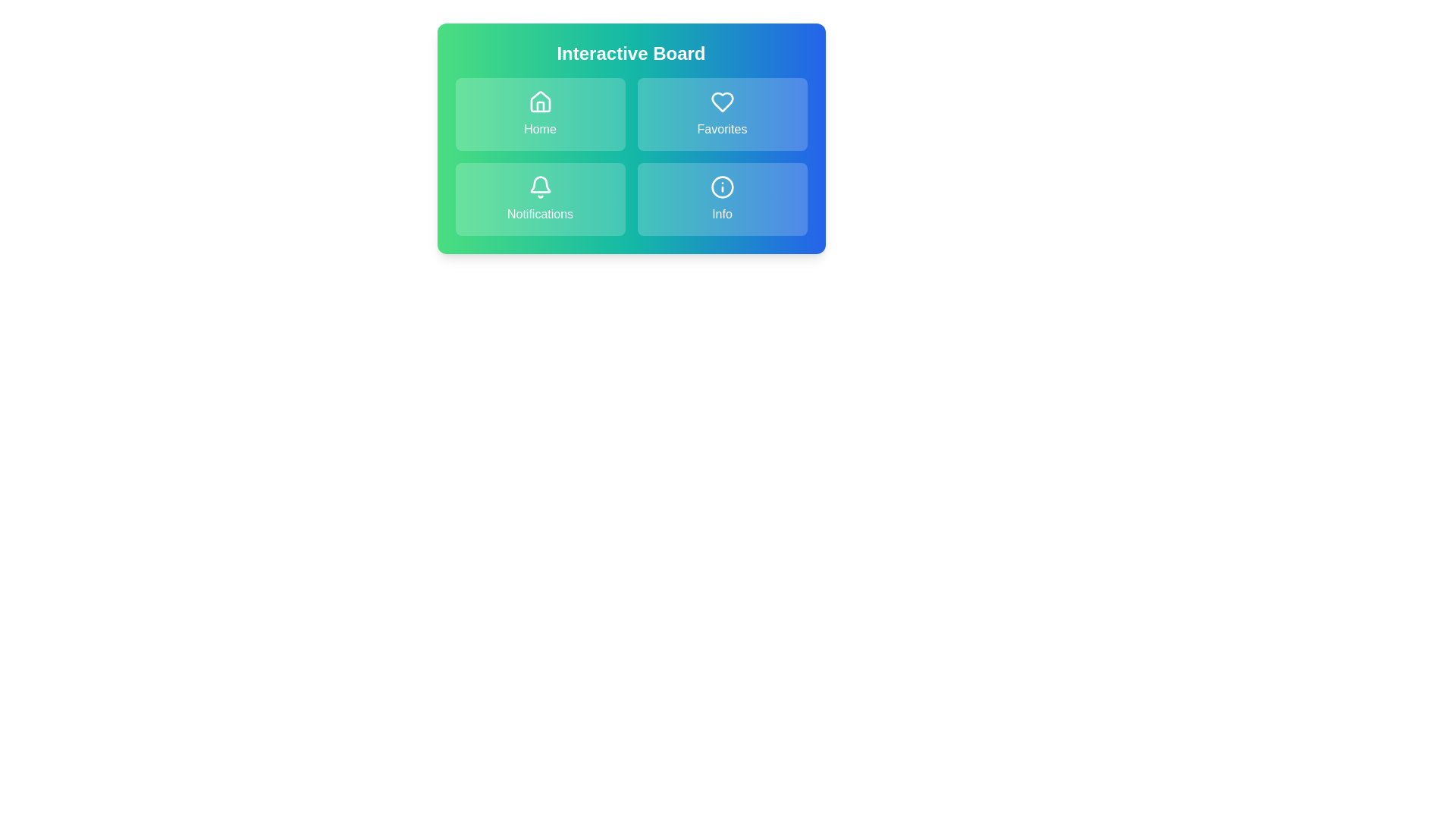 Image resolution: width=1456 pixels, height=819 pixels. What do you see at coordinates (721, 186) in the screenshot?
I see `the circular graphical feature that is part of the information icon, located in the rightmost widget of the second row beneath the title 'Interactive Board'` at bounding box center [721, 186].